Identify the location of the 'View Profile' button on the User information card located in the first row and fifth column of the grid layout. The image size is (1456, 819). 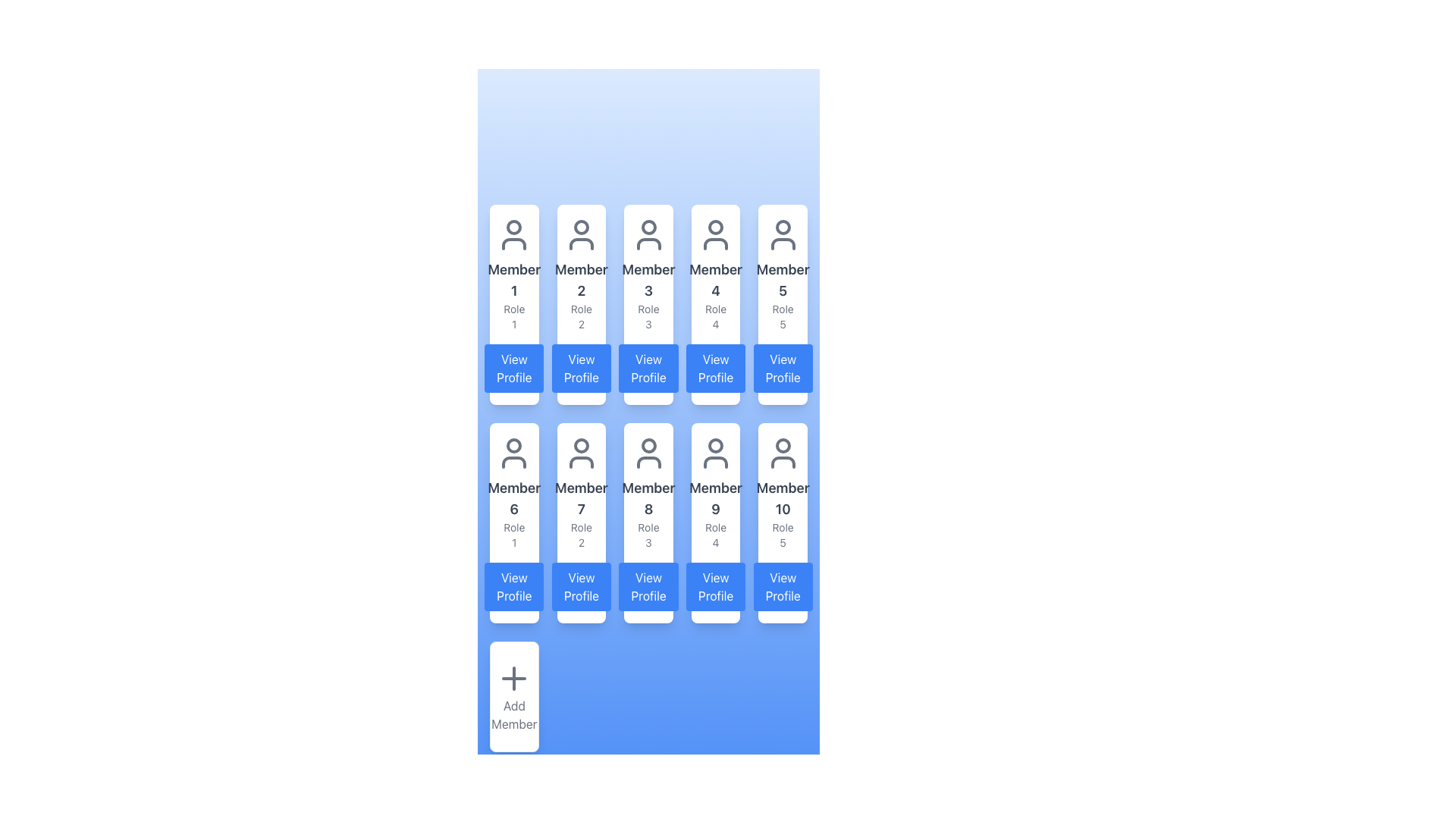
(783, 304).